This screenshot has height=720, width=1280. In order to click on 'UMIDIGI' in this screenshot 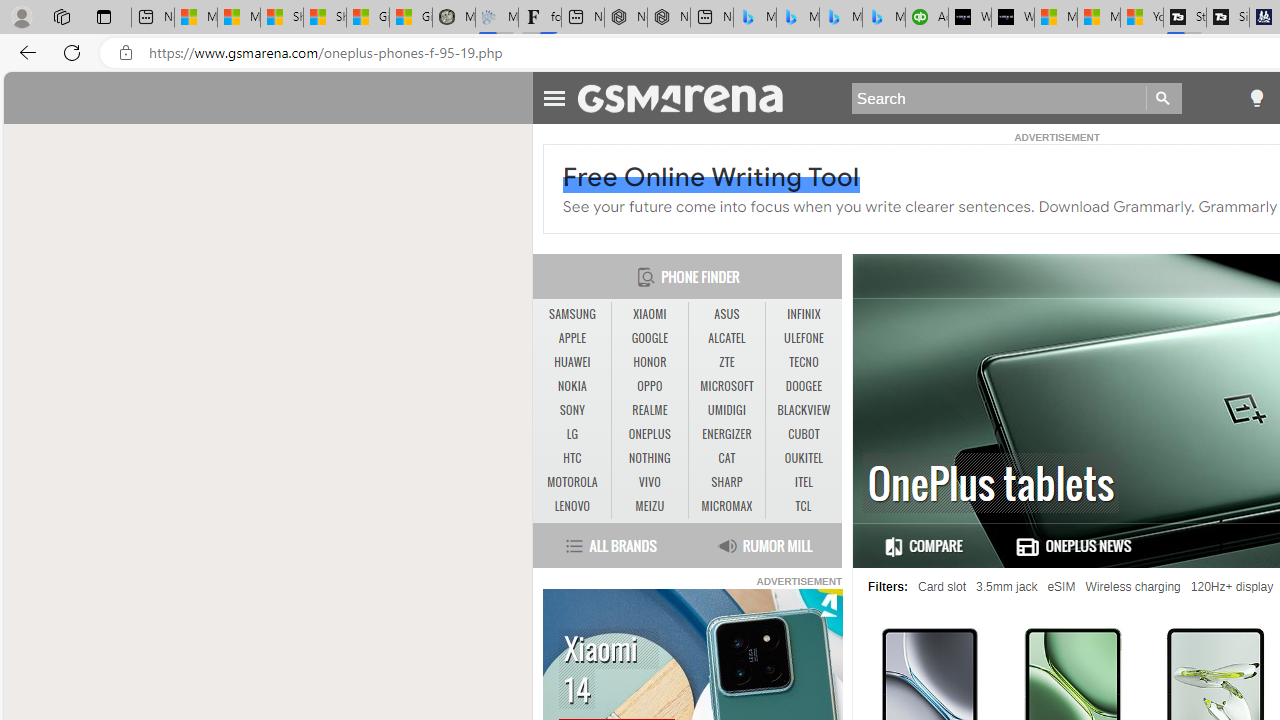, I will do `click(726, 410)`.